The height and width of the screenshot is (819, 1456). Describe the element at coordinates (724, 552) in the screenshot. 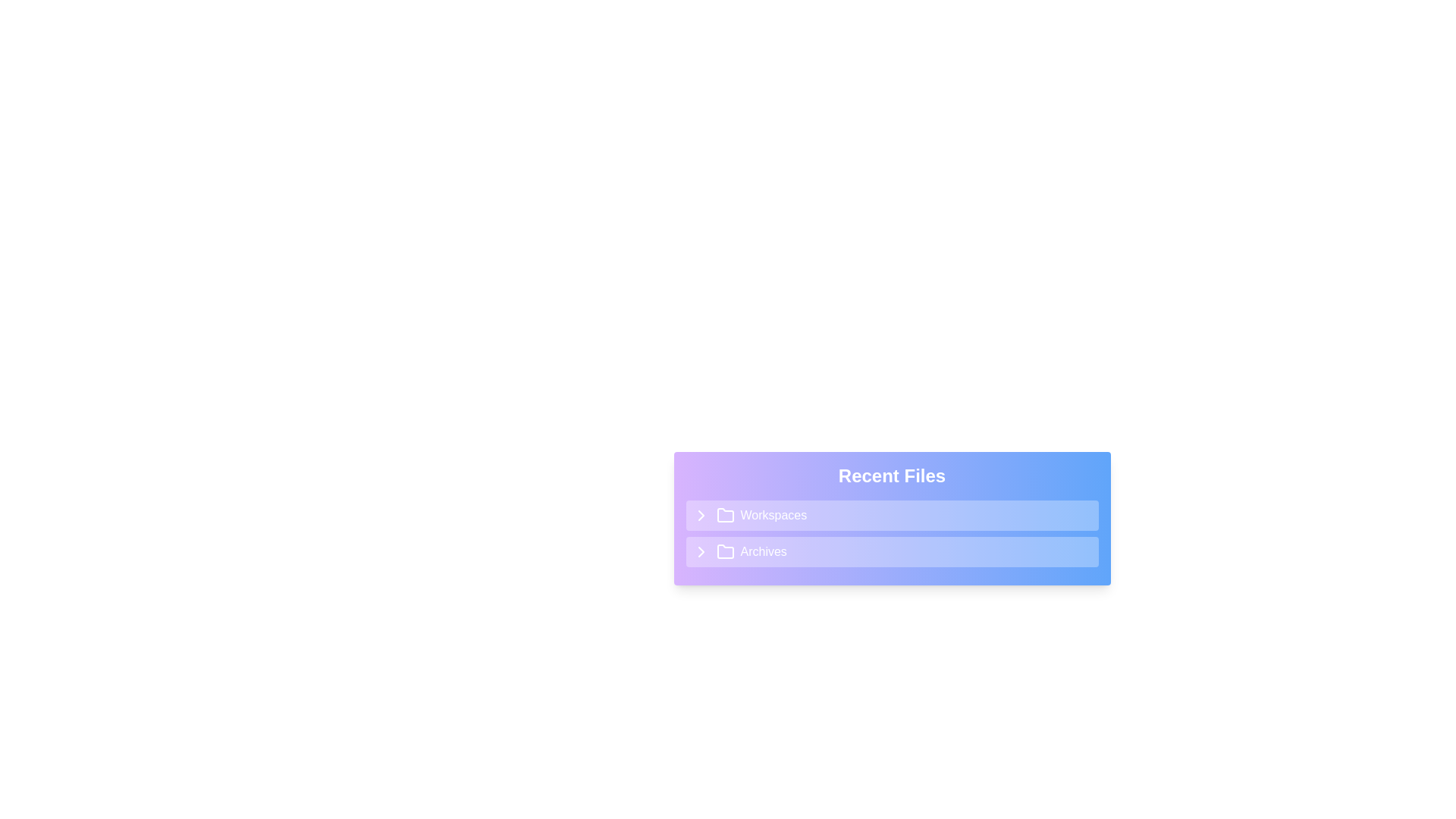

I see `the folder icon for Archives` at that location.